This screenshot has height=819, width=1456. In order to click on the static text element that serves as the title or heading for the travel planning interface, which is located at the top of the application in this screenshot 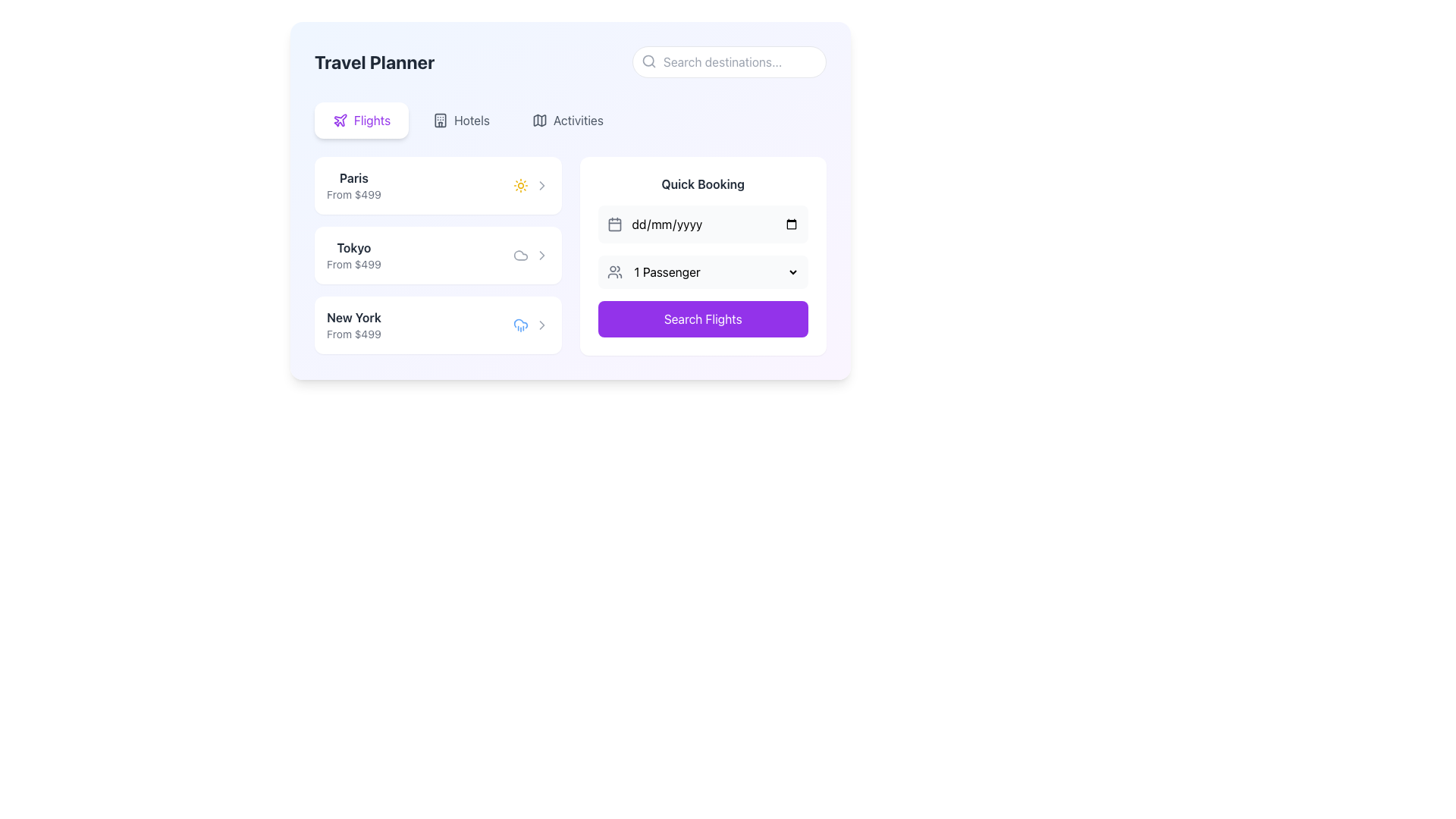, I will do `click(375, 61)`.